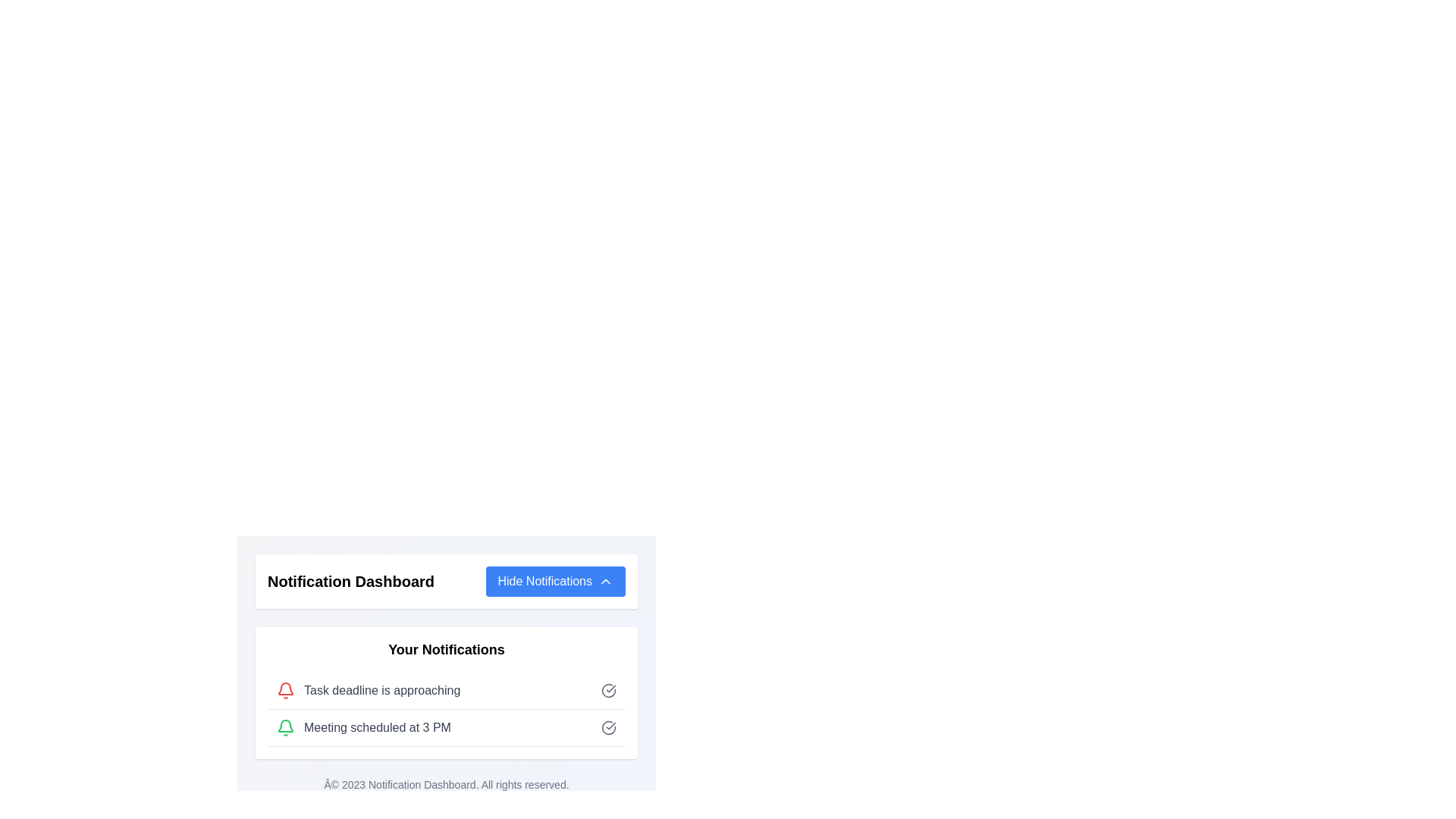 Image resolution: width=1456 pixels, height=819 pixels. What do you see at coordinates (608, 690) in the screenshot?
I see `the circular gray button with a checkmark icon located in the notification section next to the text 'Task deadline is approaching'` at bounding box center [608, 690].